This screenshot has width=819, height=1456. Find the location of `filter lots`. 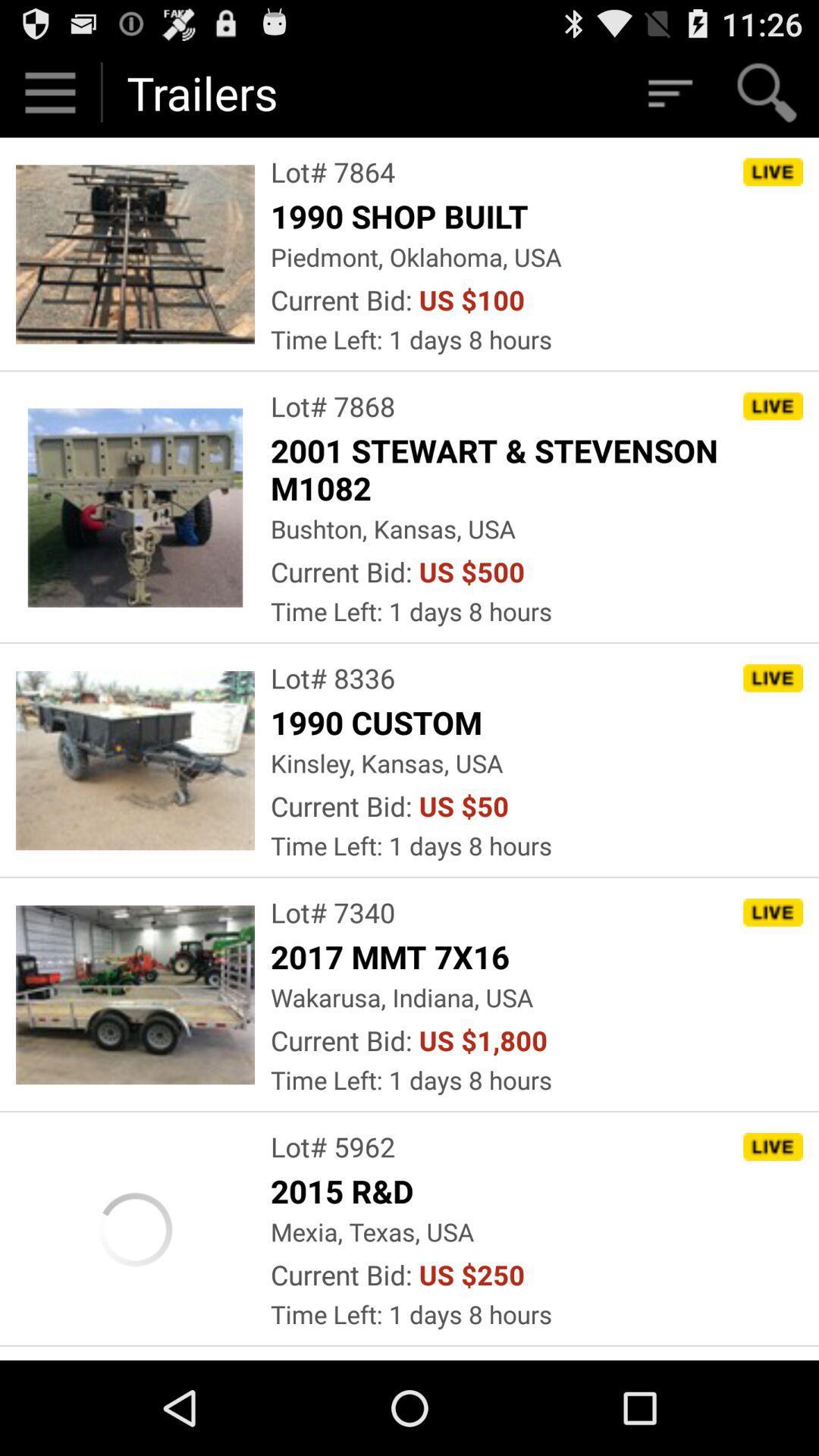

filter lots is located at coordinates (668, 92).